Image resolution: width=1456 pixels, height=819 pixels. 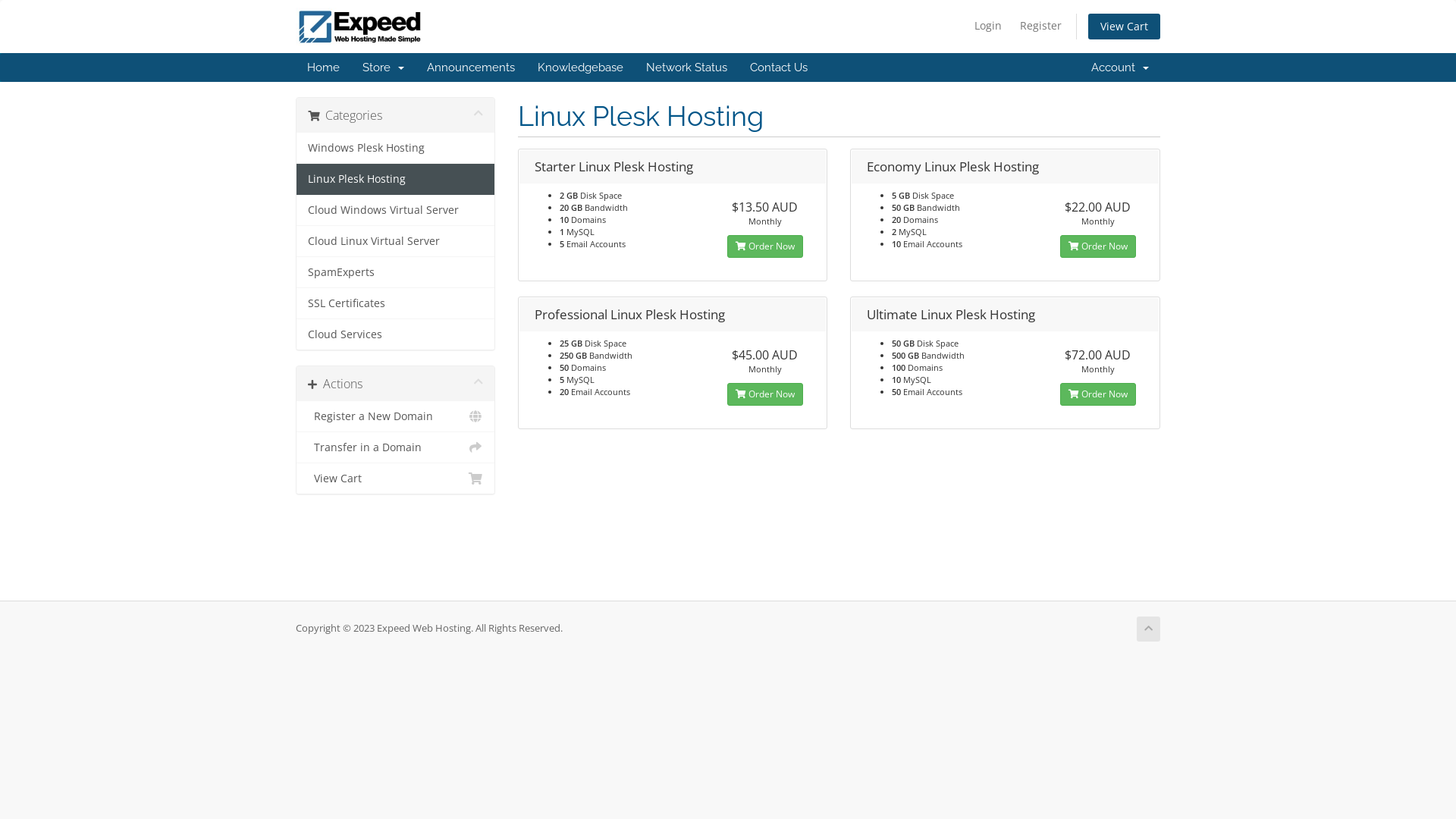 What do you see at coordinates (395, 303) in the screenshot?
I see `'SSL Certificates'` at bounding box center [395, 303].